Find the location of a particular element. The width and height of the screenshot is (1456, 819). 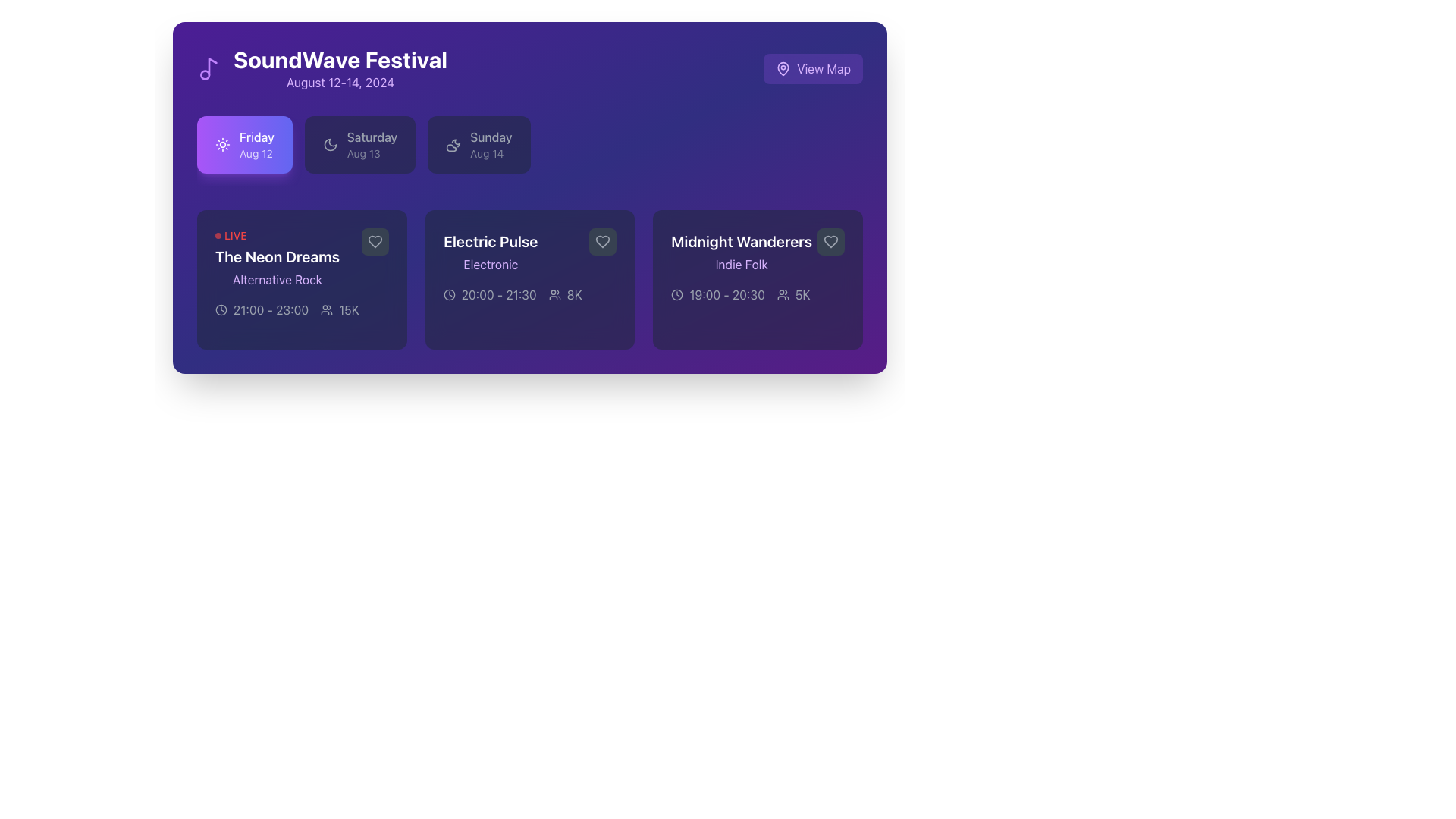

the heart icon in the top-right of the first event card labeled 'The Neon Dreams Alternative Rock' is located at coordinates (375, 241).